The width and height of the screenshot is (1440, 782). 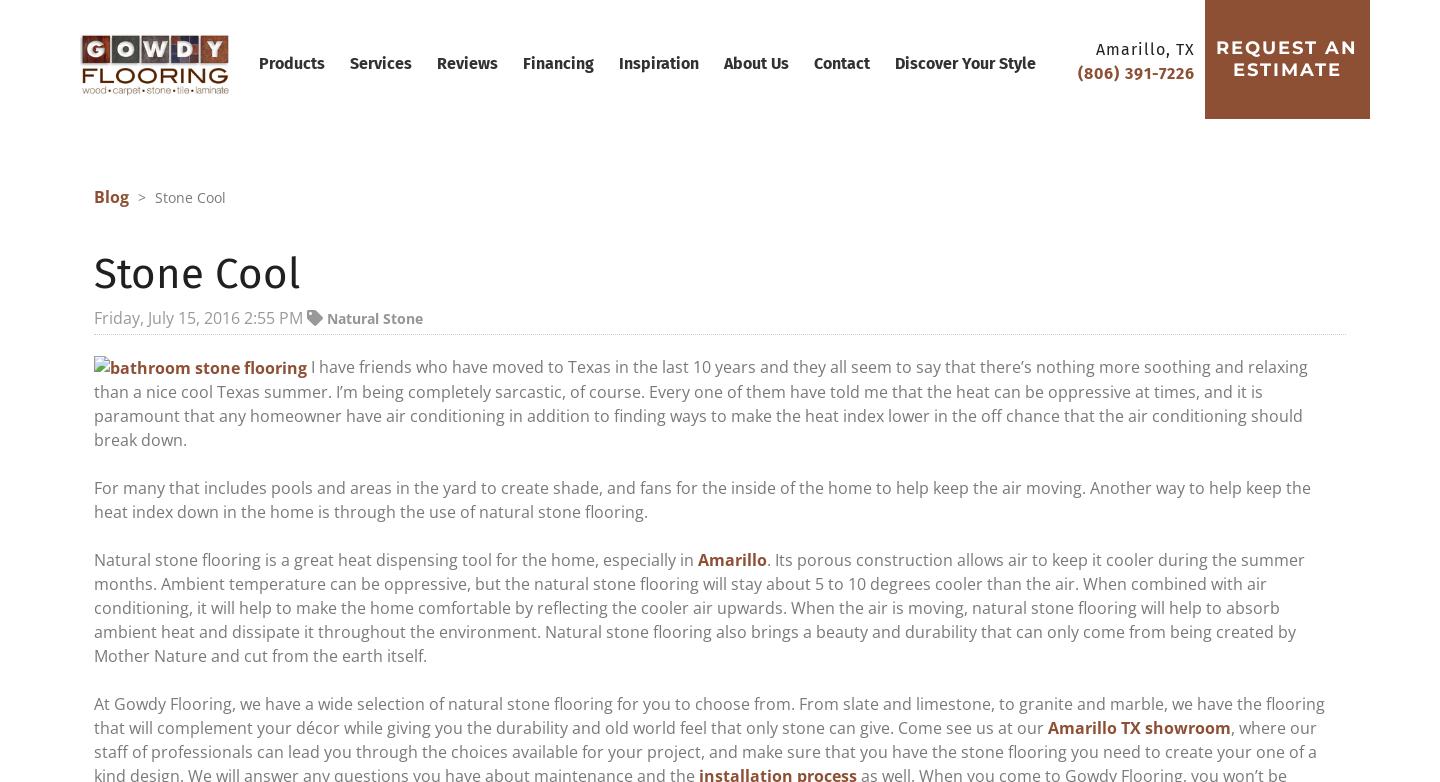 I want to click on 'Natural Stone', so click(x=881, y=269).